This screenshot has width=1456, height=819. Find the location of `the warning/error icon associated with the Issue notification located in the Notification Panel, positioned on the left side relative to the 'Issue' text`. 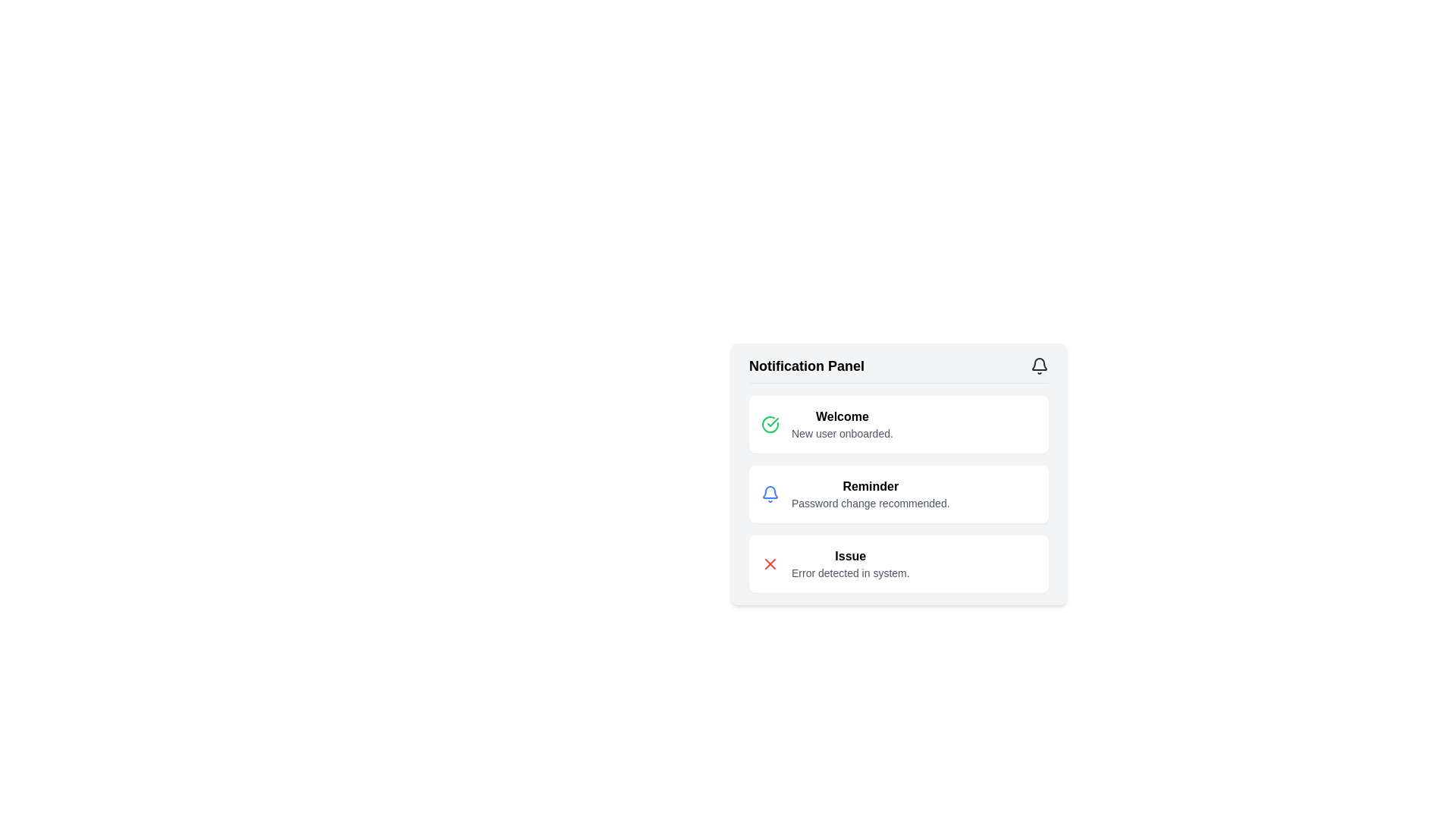

the warning/error icon associated with the Issue notification located in the Notification Panel, positioned on the left side relative to the 'Issue' text is located at coordinates (770, 564).